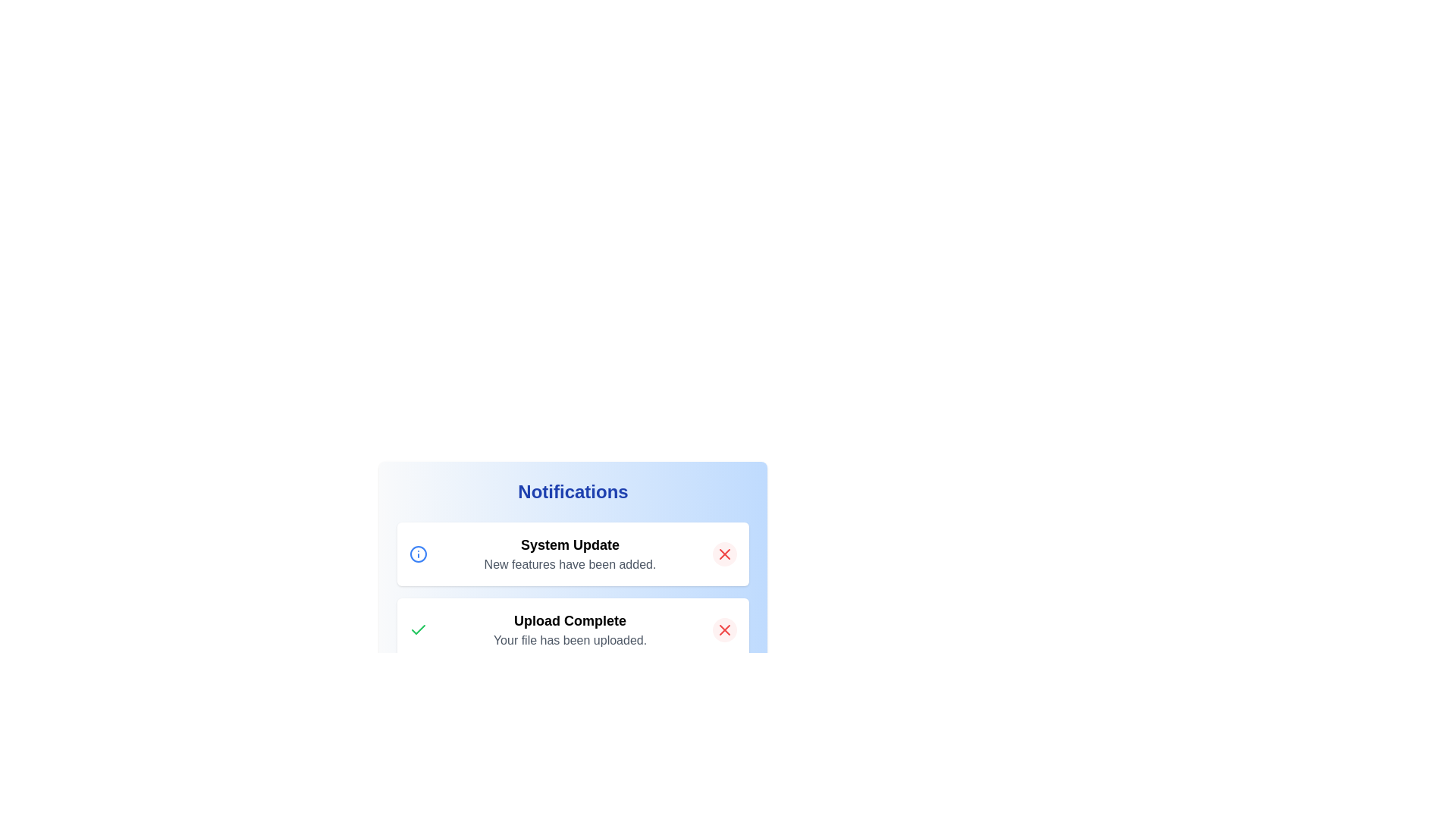  Describe the element at coordinates (723, 554) in the screenshot. I see `the close icon button located at the top-right corner of the first notification card, which is a red circular button` at that location.